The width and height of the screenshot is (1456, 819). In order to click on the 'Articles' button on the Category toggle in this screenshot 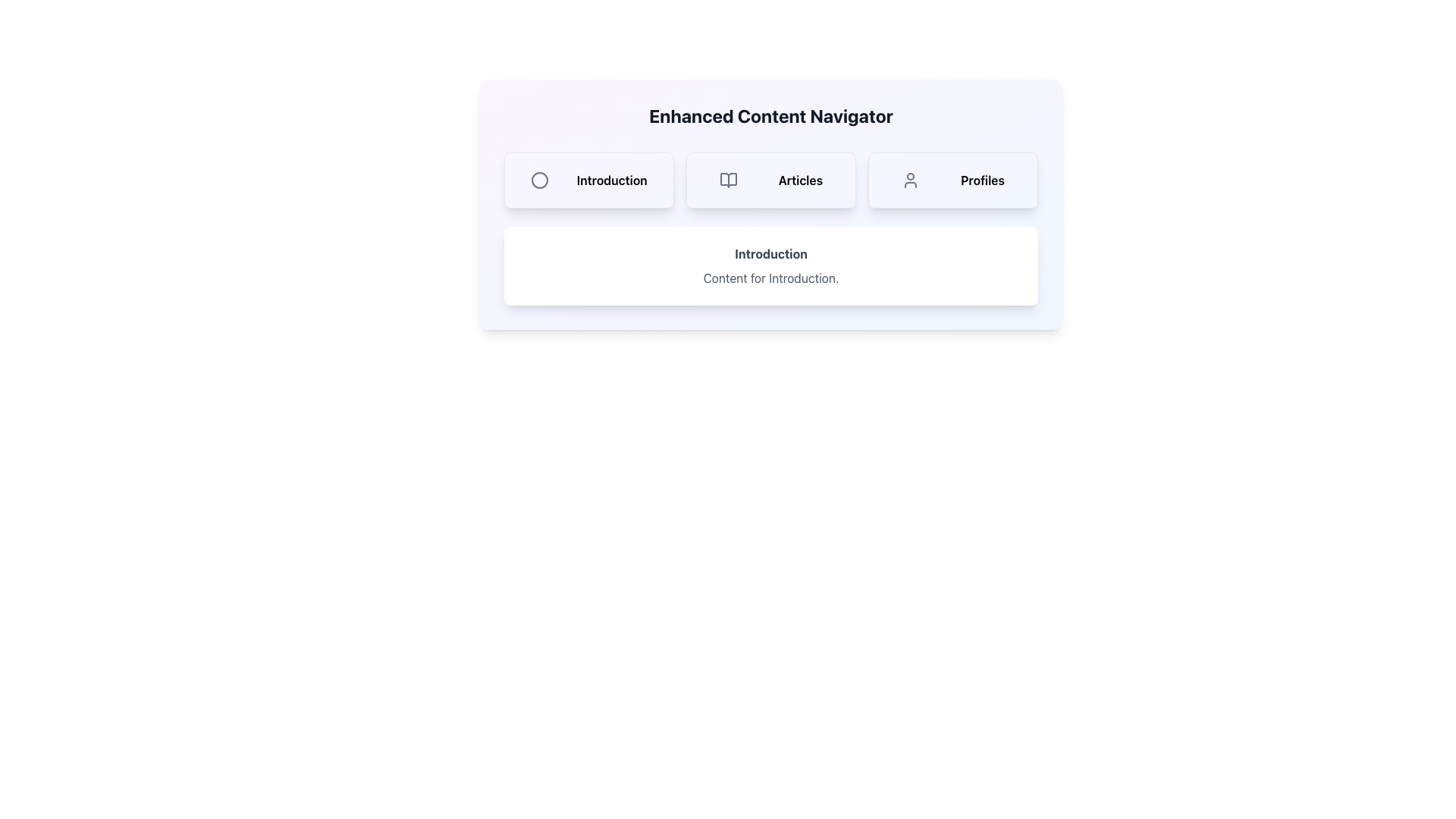, I will do `click(771, 180)`.